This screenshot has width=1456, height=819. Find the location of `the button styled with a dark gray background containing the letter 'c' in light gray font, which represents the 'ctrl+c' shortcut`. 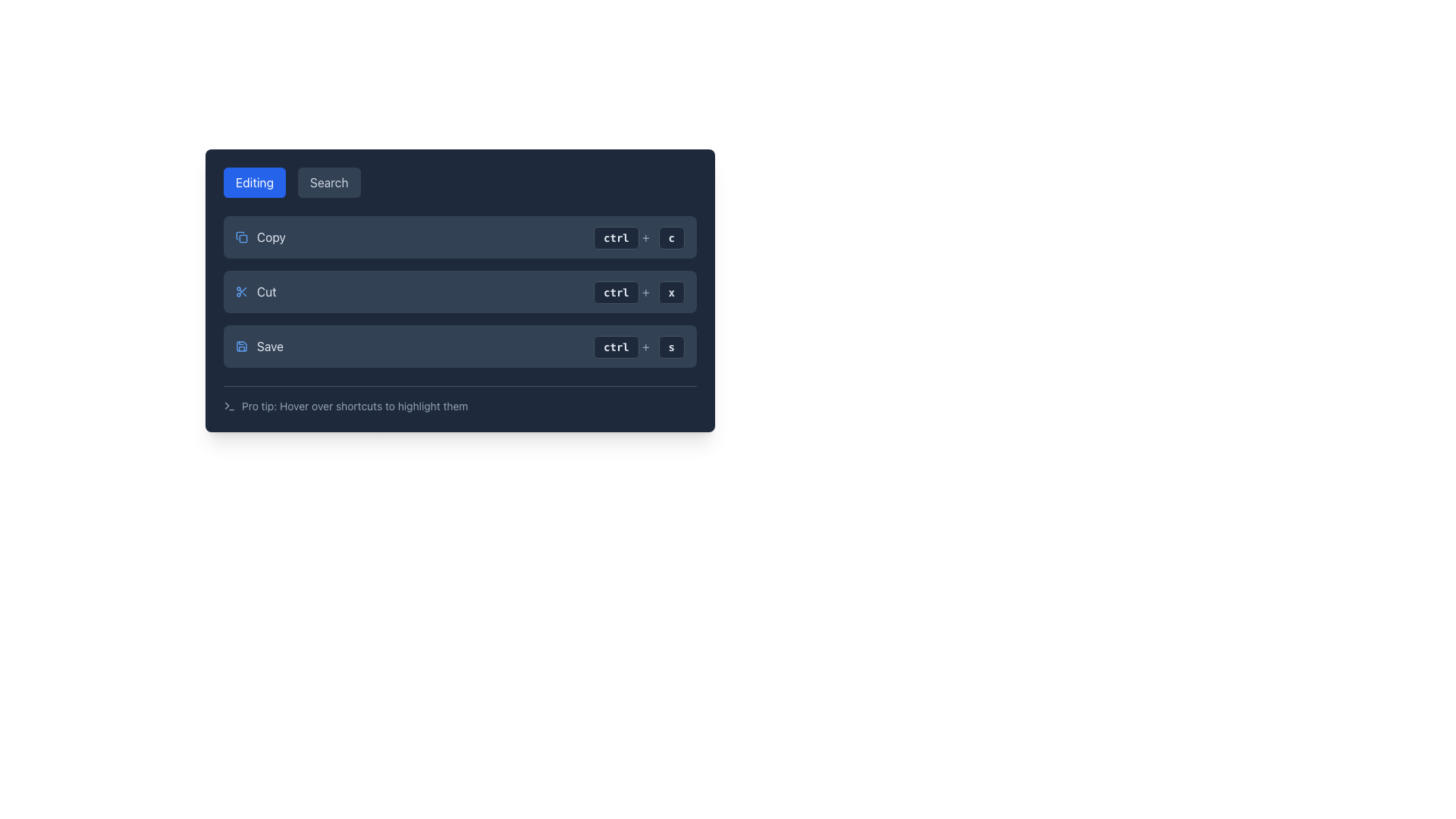

the button styled with a dark gray background containing the letter 'c' in light gray font, which represents the 'ctrl+c' shortcut is located at coordinates (670, 237).